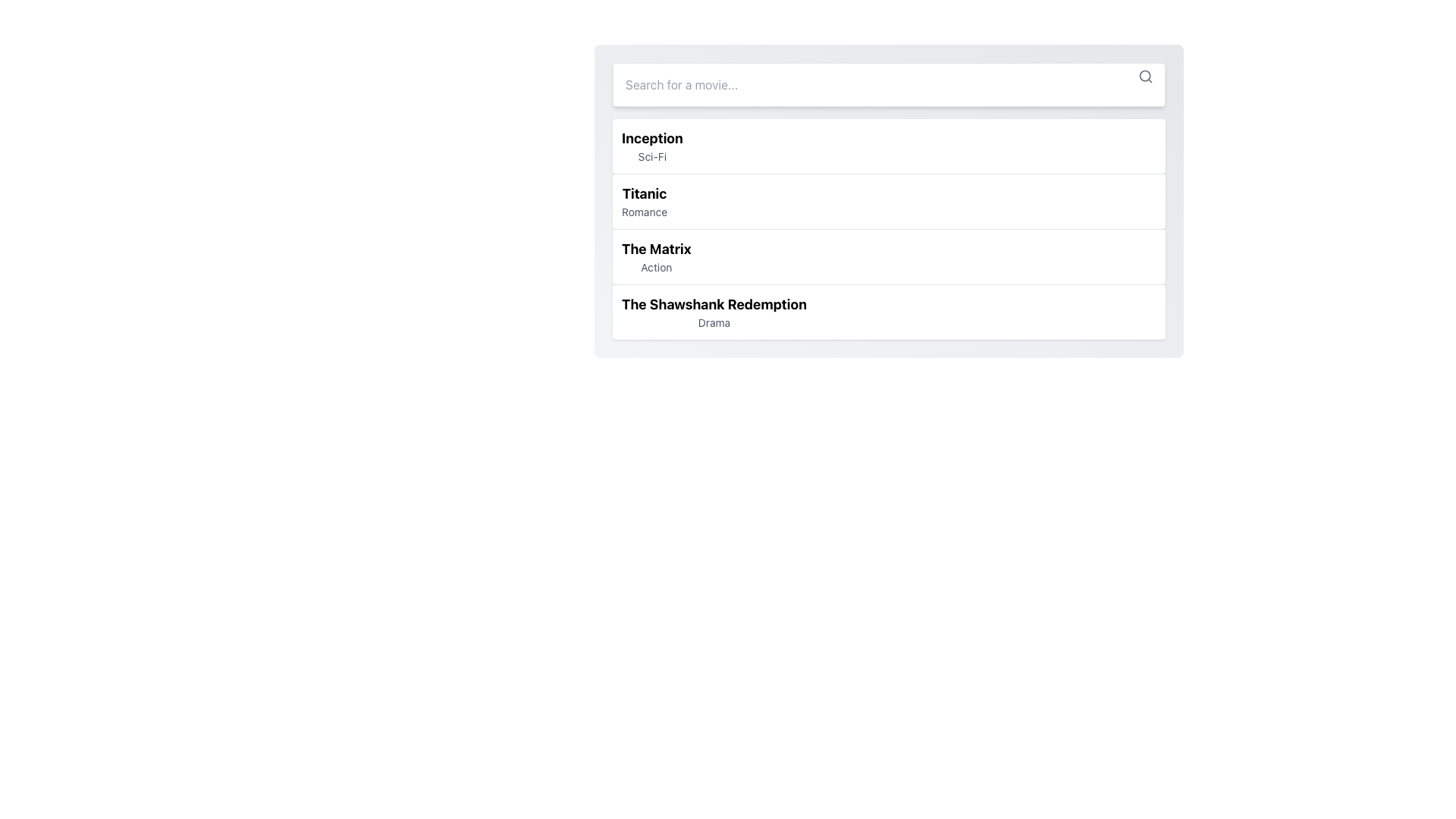 Image resolution: width=1456 pixels, height=819 pixels. I want to click on the bolded text label titled 'The Shawshank Redemption', which is located within the fourth entry of a vertically arranged list and is styled in black against a white background, so click(713, 304).